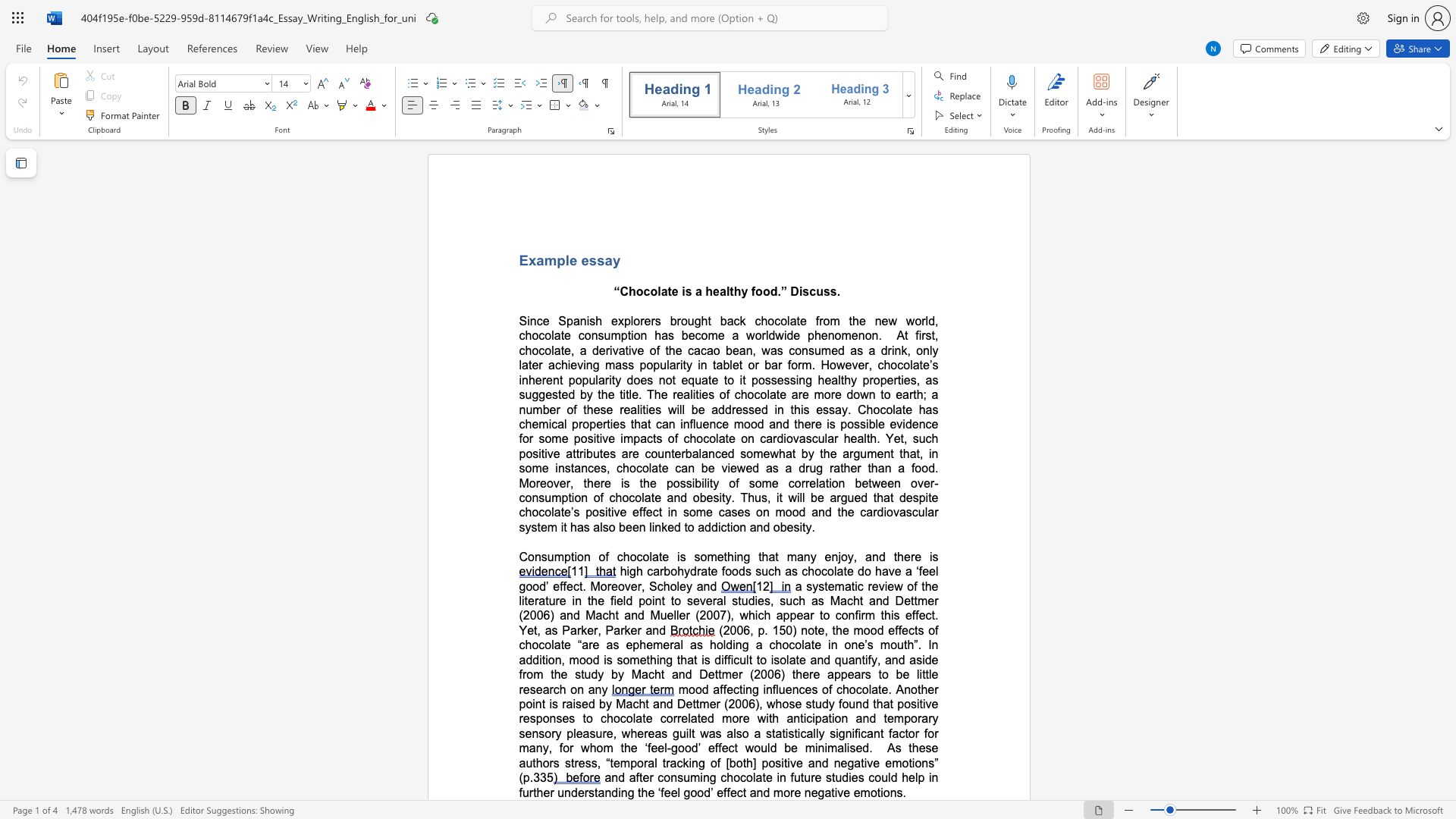  What do you see at coordinates (801, 571) in the screenshot?
I see `the subset text "chocolate do have a ‘feel go" within the text "high carbohydrate foods such as chocolate do have a ‘feel good’ effect. Moreover, Scholey and"` at bounding box center [801, 571].